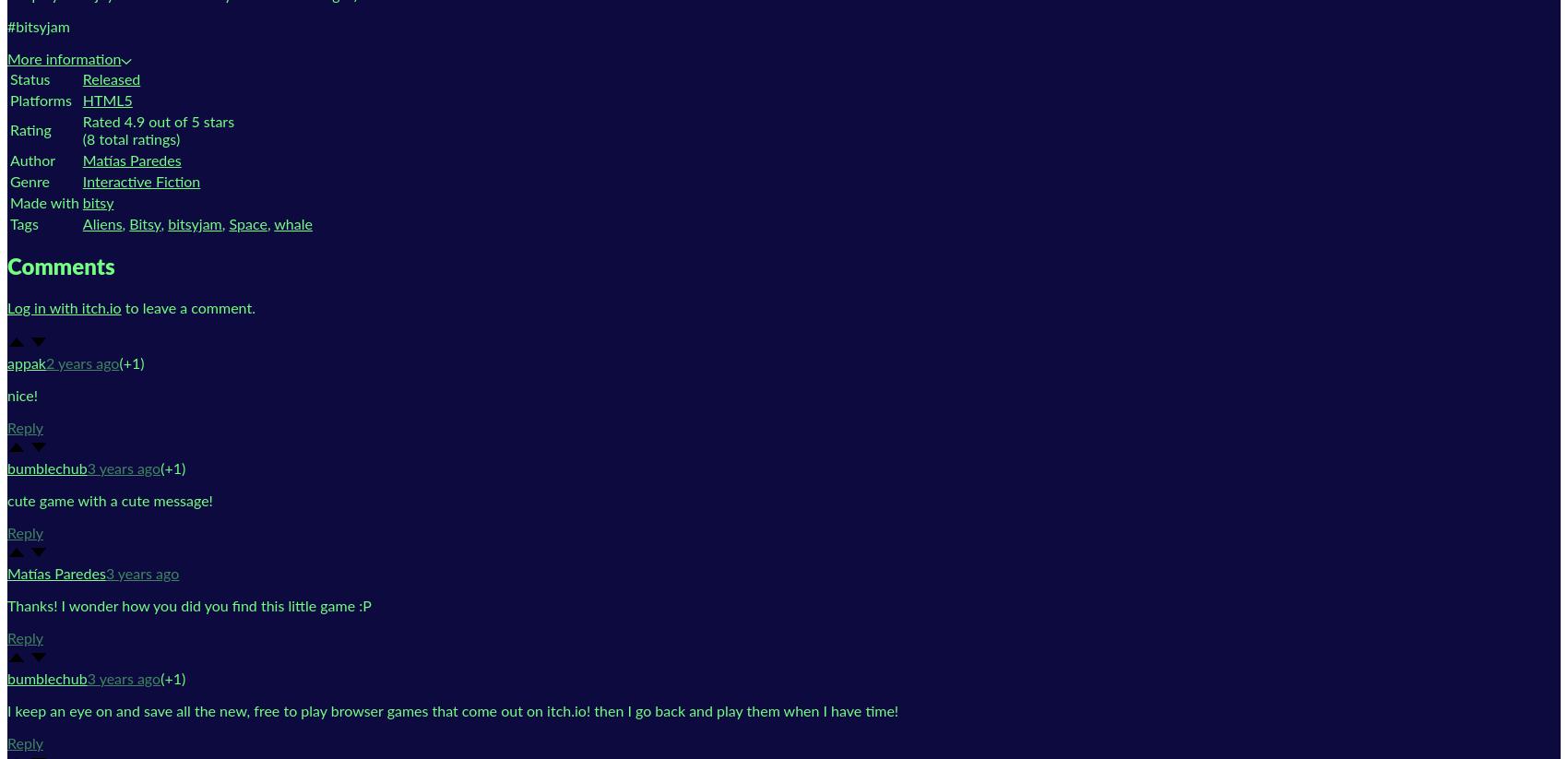 The width and height of the screenshot is (1568, 759). Describe the element at coordinates (157, 122) in the screenshot. I see `'Rated 4.9 out of 5 stars'` at that location.